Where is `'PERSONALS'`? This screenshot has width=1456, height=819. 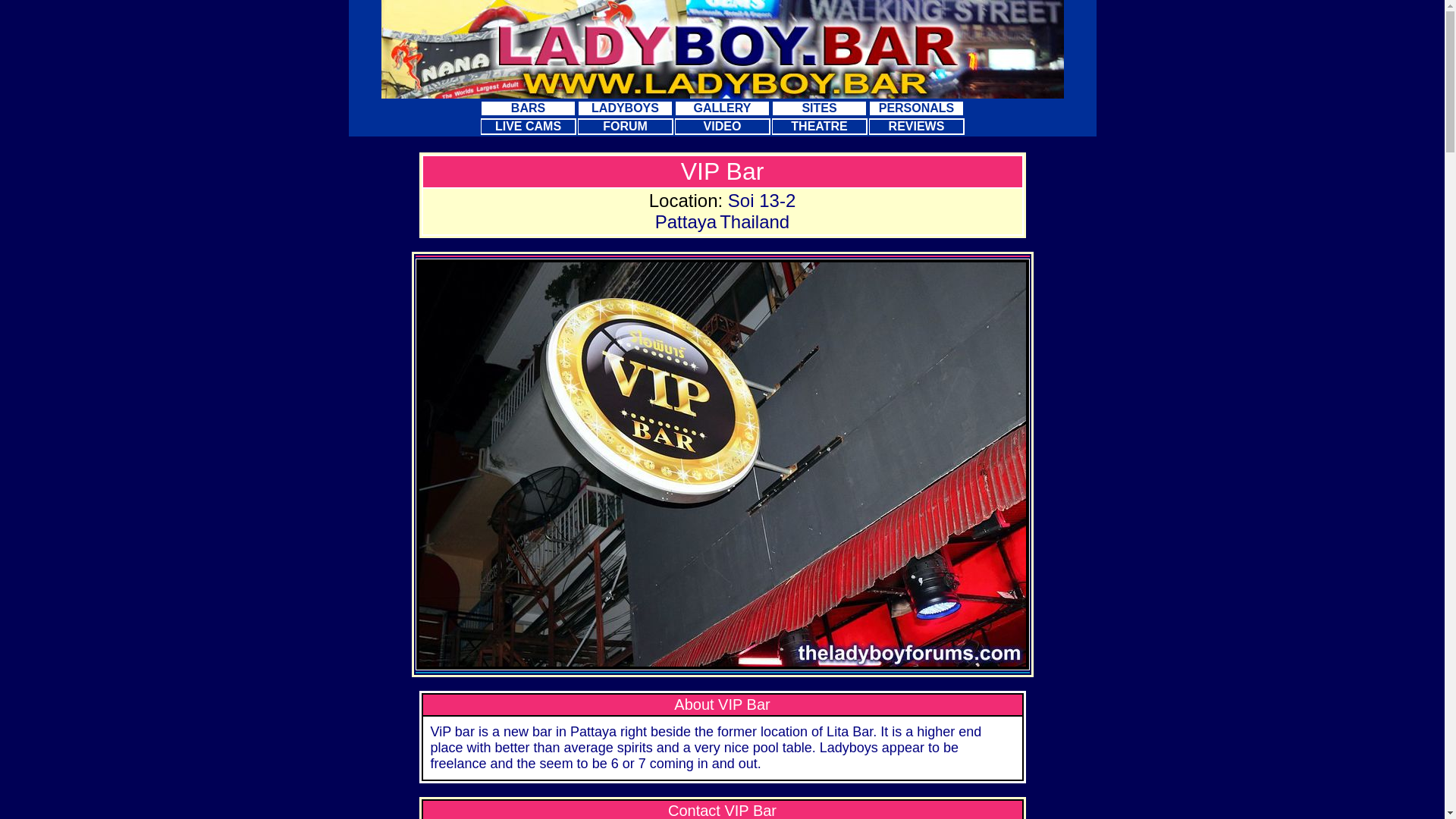 'PERSONALS' is located at coordinates (869, 107).